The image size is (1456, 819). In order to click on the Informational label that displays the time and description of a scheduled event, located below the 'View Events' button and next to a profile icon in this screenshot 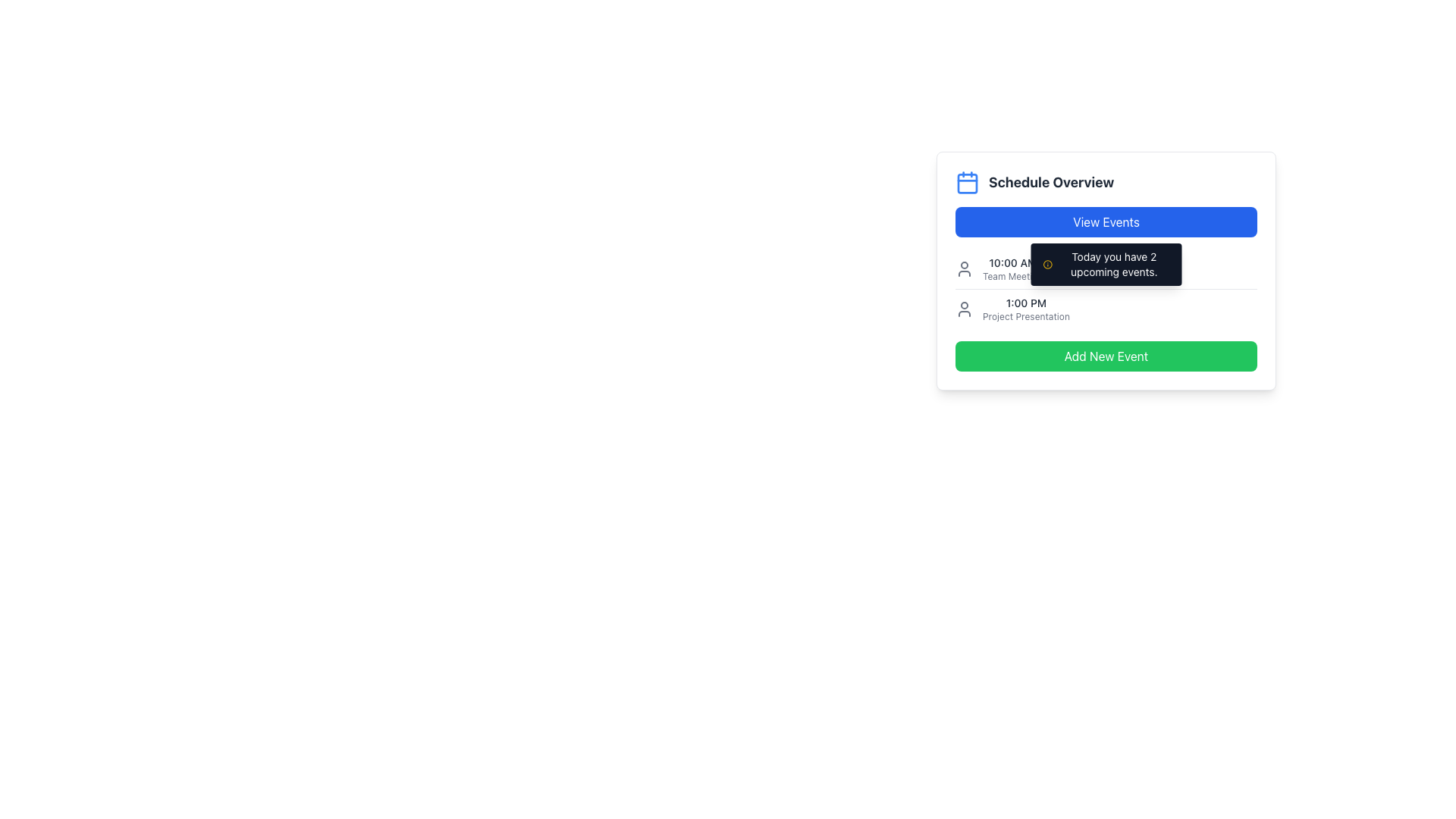, I will do `click(1012, 268)`.